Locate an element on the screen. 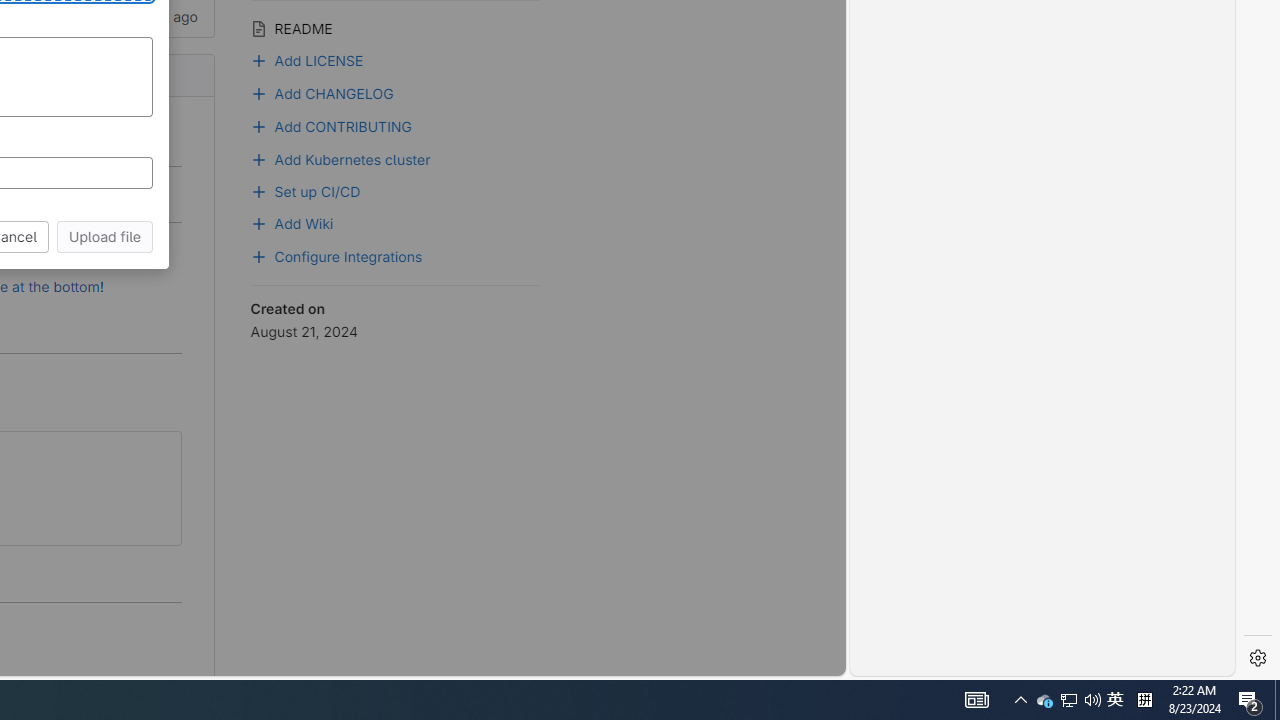 The image size is (1280, 720). 'Class: s16 icon gl-mr-3 gl-text-gray-500' is located at coordinates (258, 28).